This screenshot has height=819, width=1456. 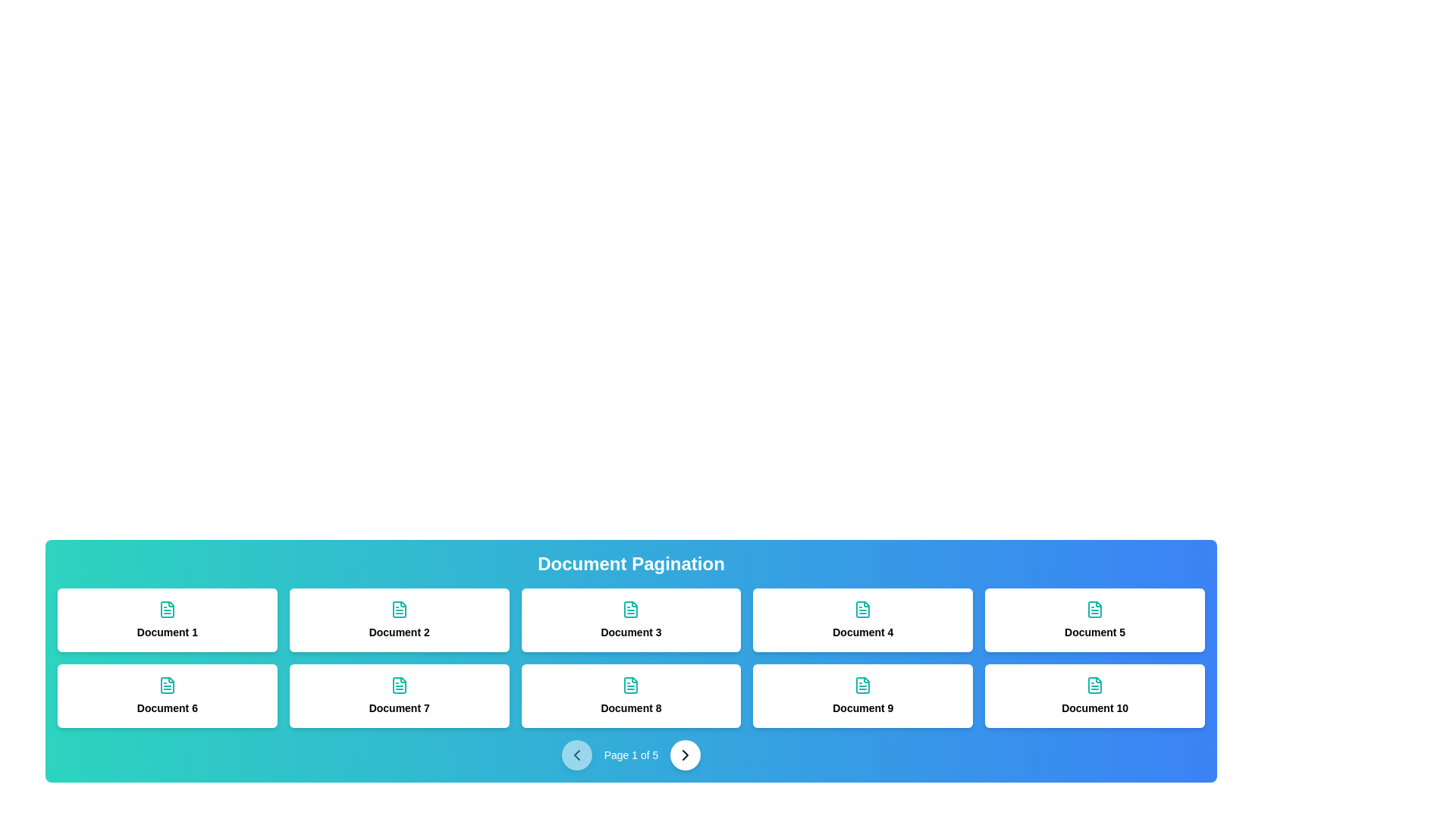 What do you see at coordinates (1095, 632) in the screenshot?
I see `text of the label that identifies the document associated with the fifth card in the first row of a 2x5 grid layout, located in the top-right section below the document icon` at bounding box center [1095, 632].